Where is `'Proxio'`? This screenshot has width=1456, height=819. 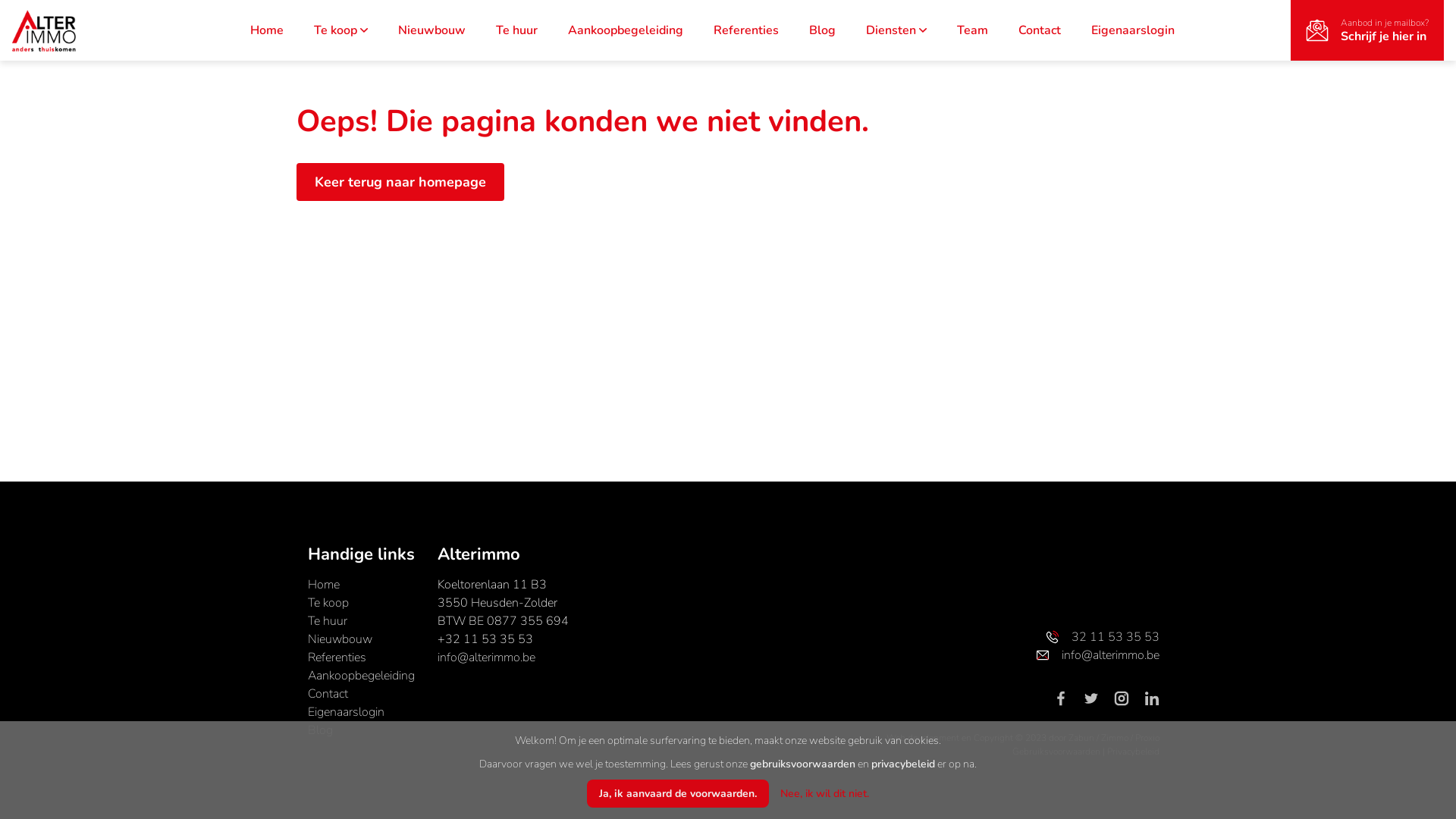 'Proxio' is located at coordinates (1147, 736).